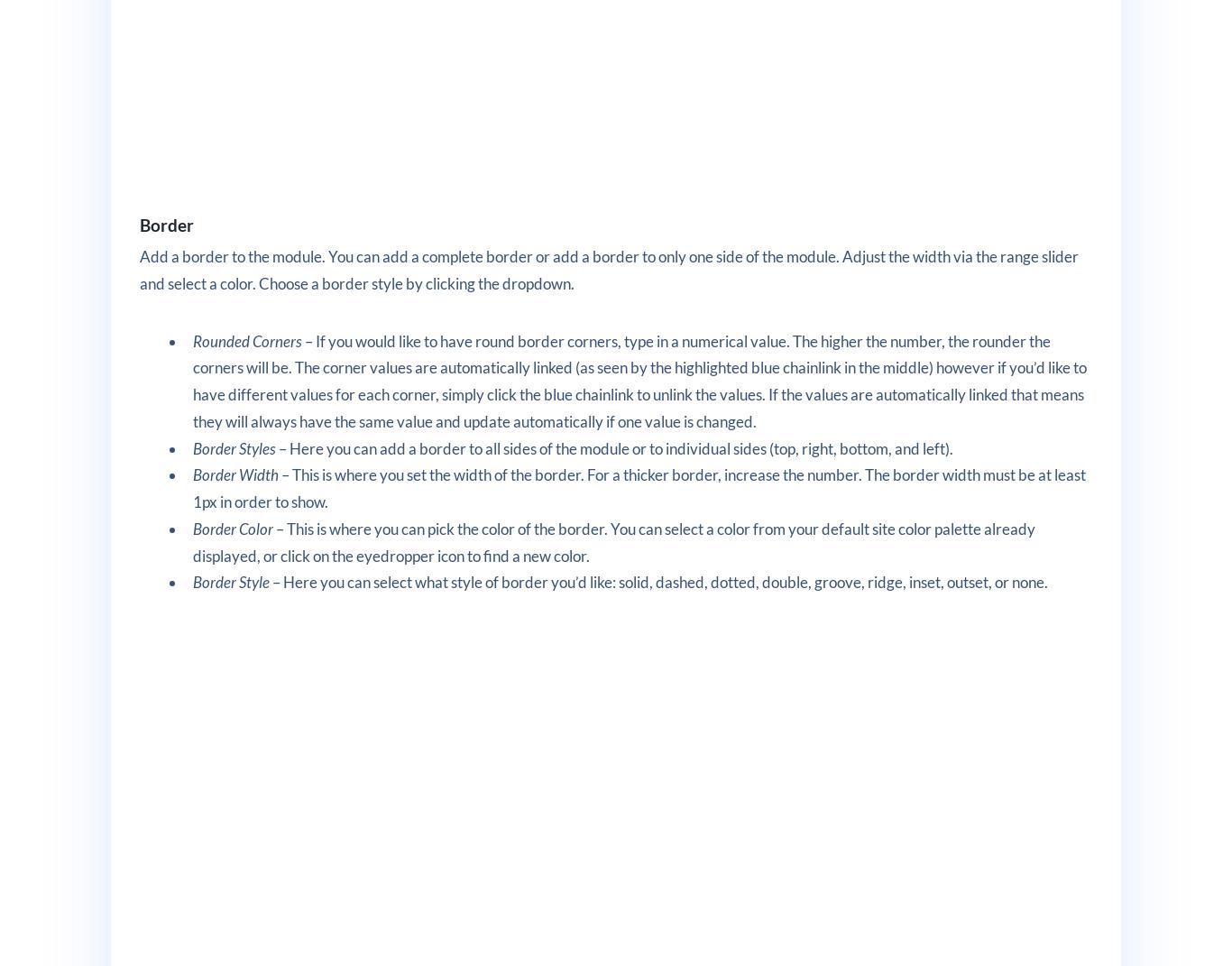 This screenshot has height=966, width=1232. I want to click on 'Border Style', so click(192, 581).